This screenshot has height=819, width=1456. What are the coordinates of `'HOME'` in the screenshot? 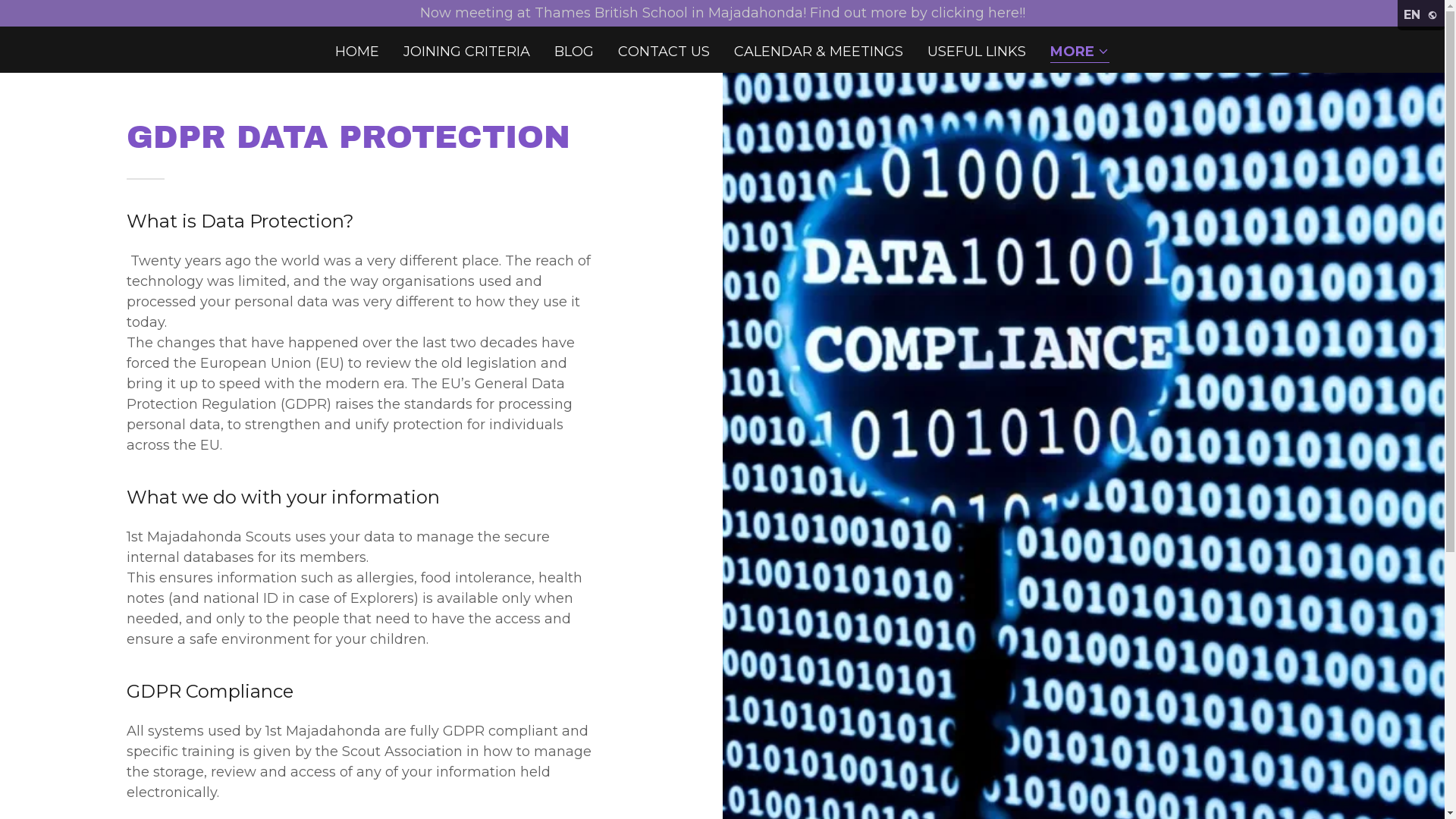 It's located at (356, 51).